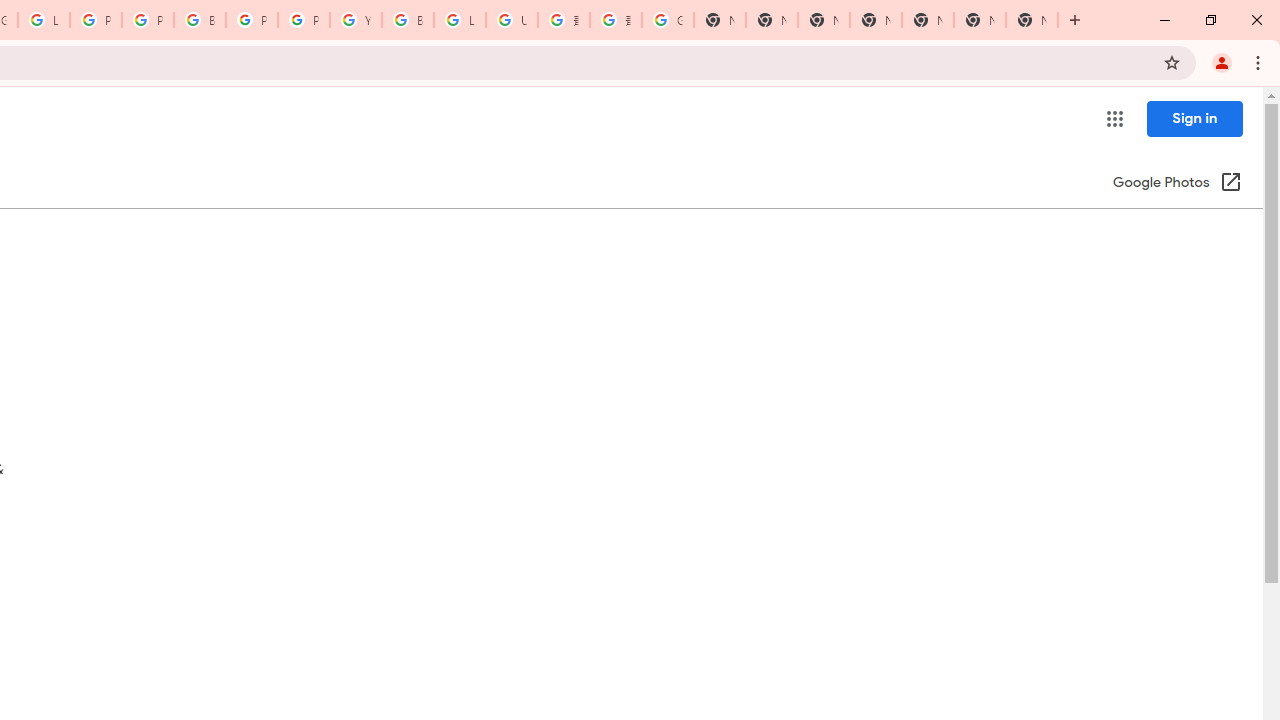  What do you see at coordinates (95, 20) in the screenshot?
I see `'Privacy Help Center - Policies Help'` at bounding box center [95, 20].